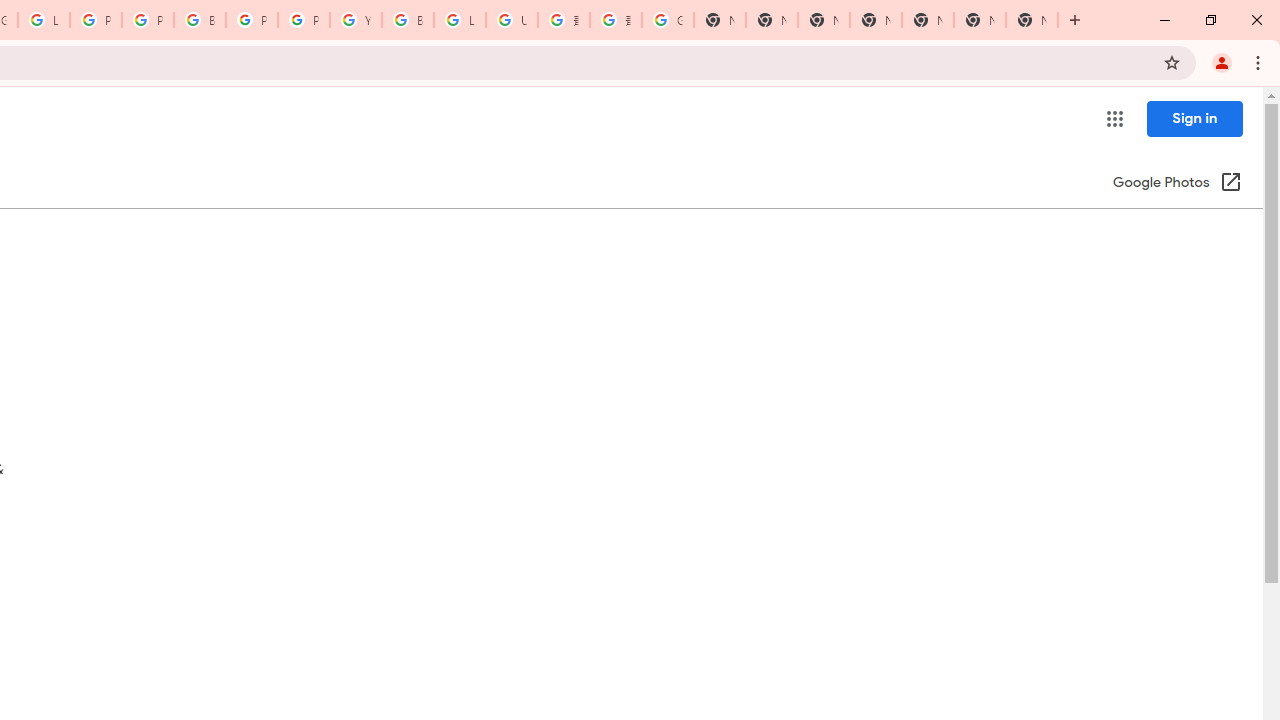  What do you see at coordinates (95, 20) in the screenshot?
I see `'Privacy Help Center - Policies Help'` at bounding box center [95, 20].